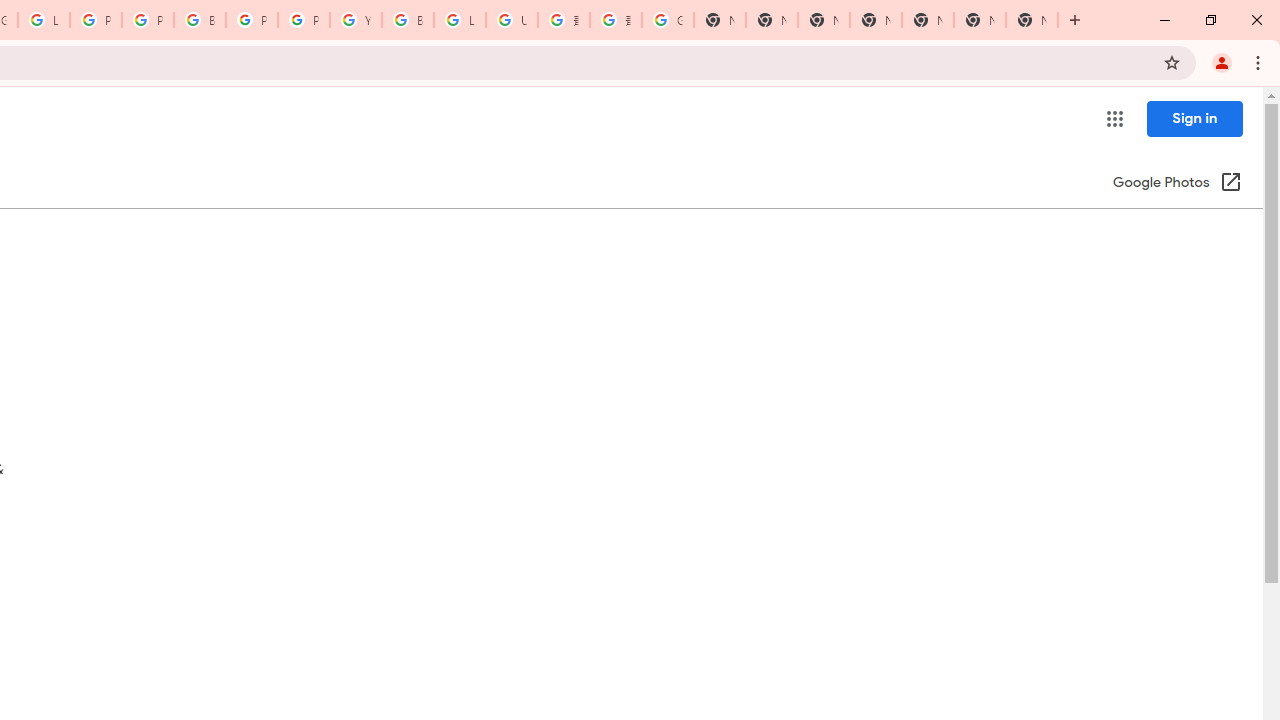  What do you see at coordinates (95, 20) in the screenshot?
I see `'Privacy Help Center - Policies Help'` at bounding box center [95, 20].